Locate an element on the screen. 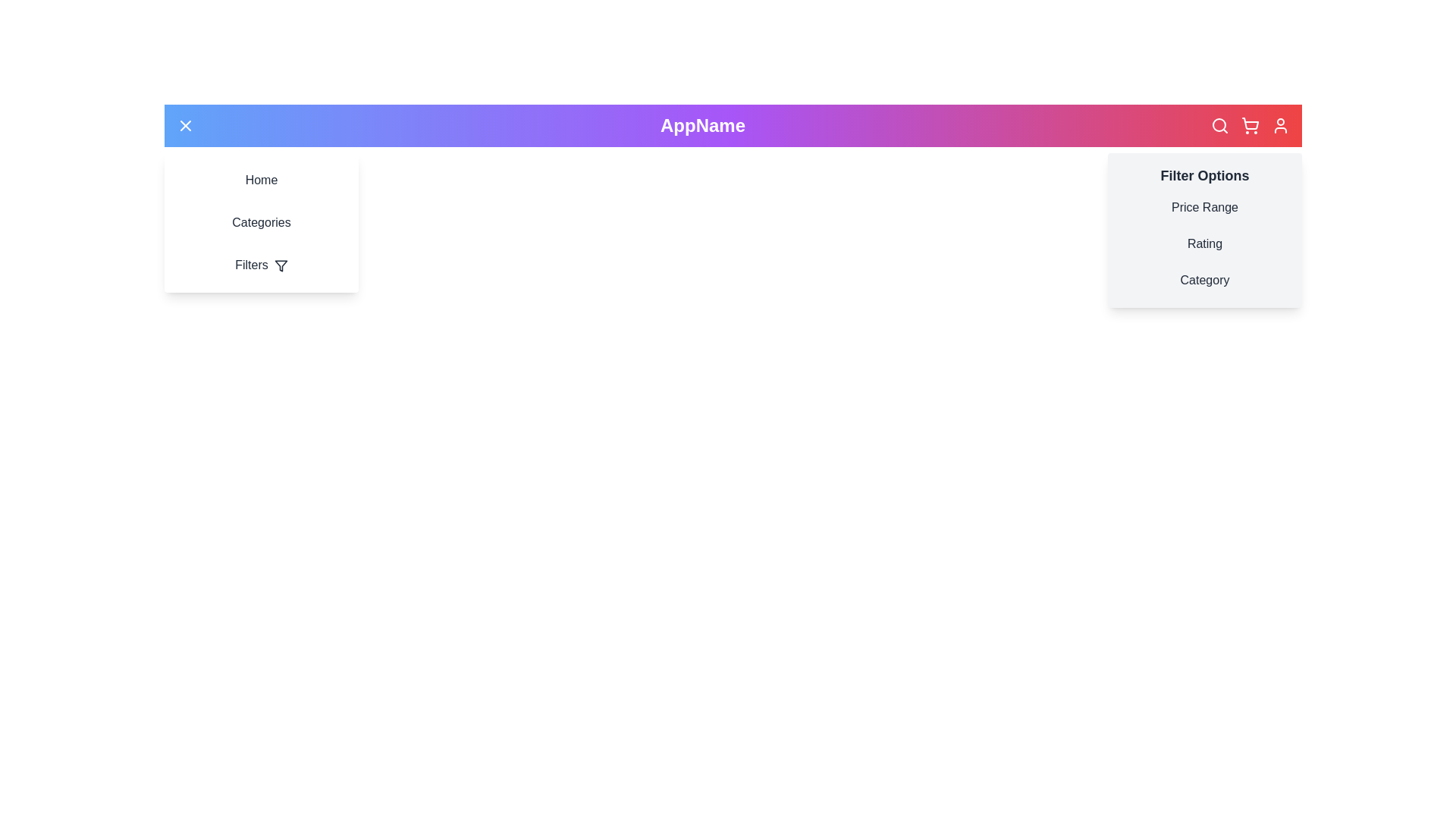 Image resolution: width=1456 pixels, height=819 pixels. the 'Filters' button, which is styled minimally with rounded corners and located in a dropdown menu is located at coordinates (262, 265).